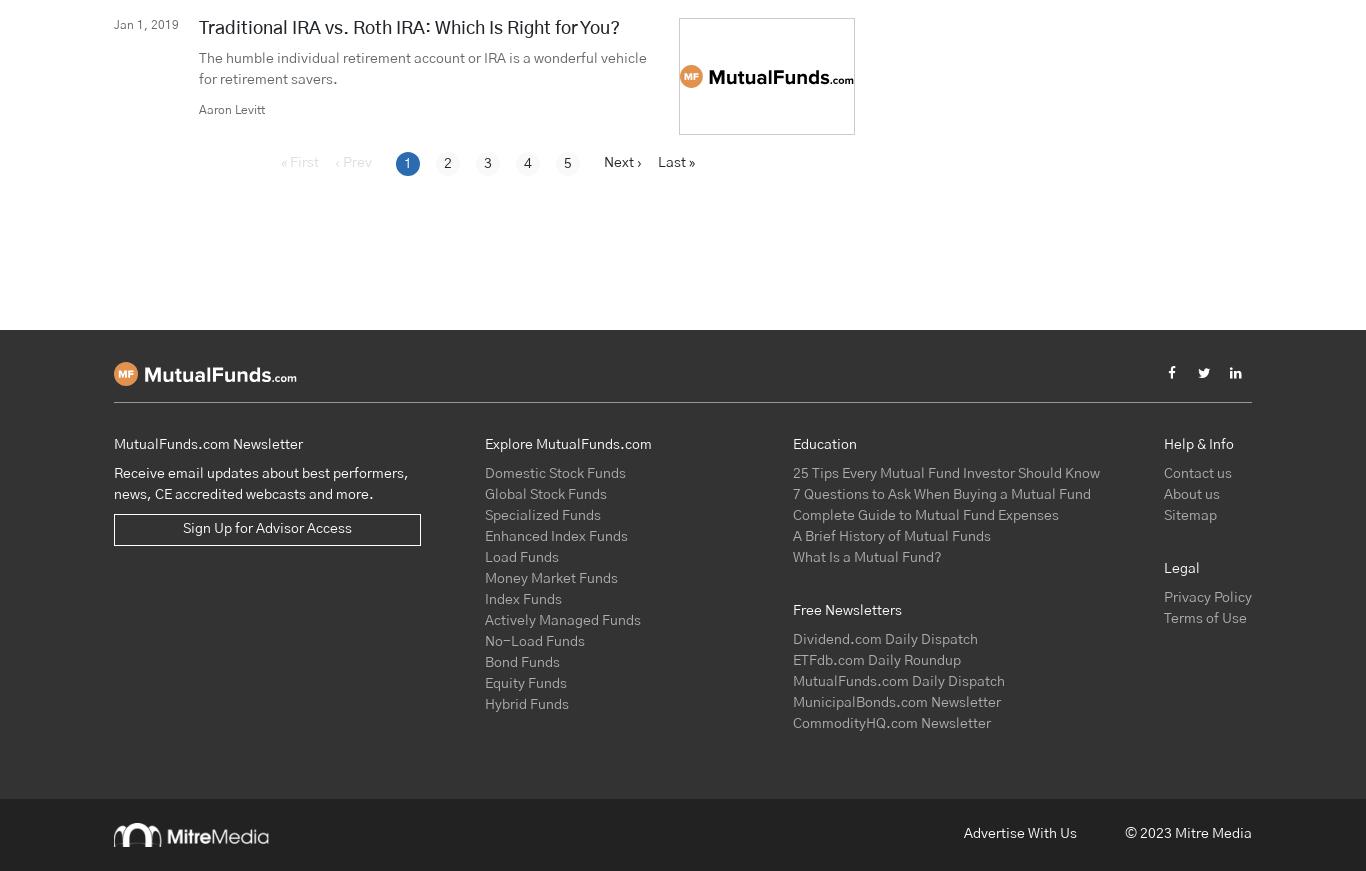 This screenshot has width=1366, height=871. Describe the element at coordinates (555, 473) in the screenshot. I see `'Domestic Stock Funds'` at that location.